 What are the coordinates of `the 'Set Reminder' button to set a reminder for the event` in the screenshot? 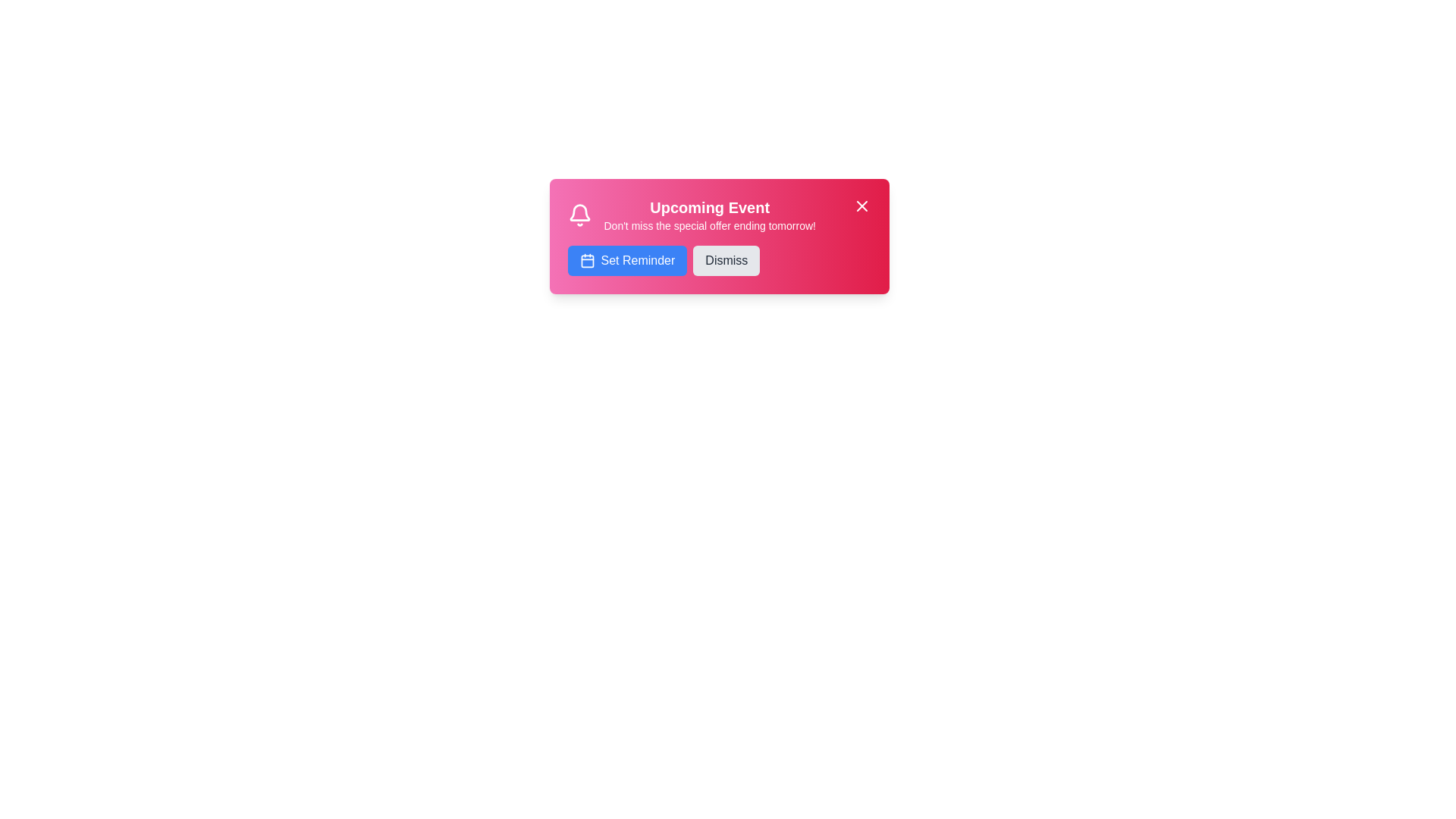 It's located at (626, 259).